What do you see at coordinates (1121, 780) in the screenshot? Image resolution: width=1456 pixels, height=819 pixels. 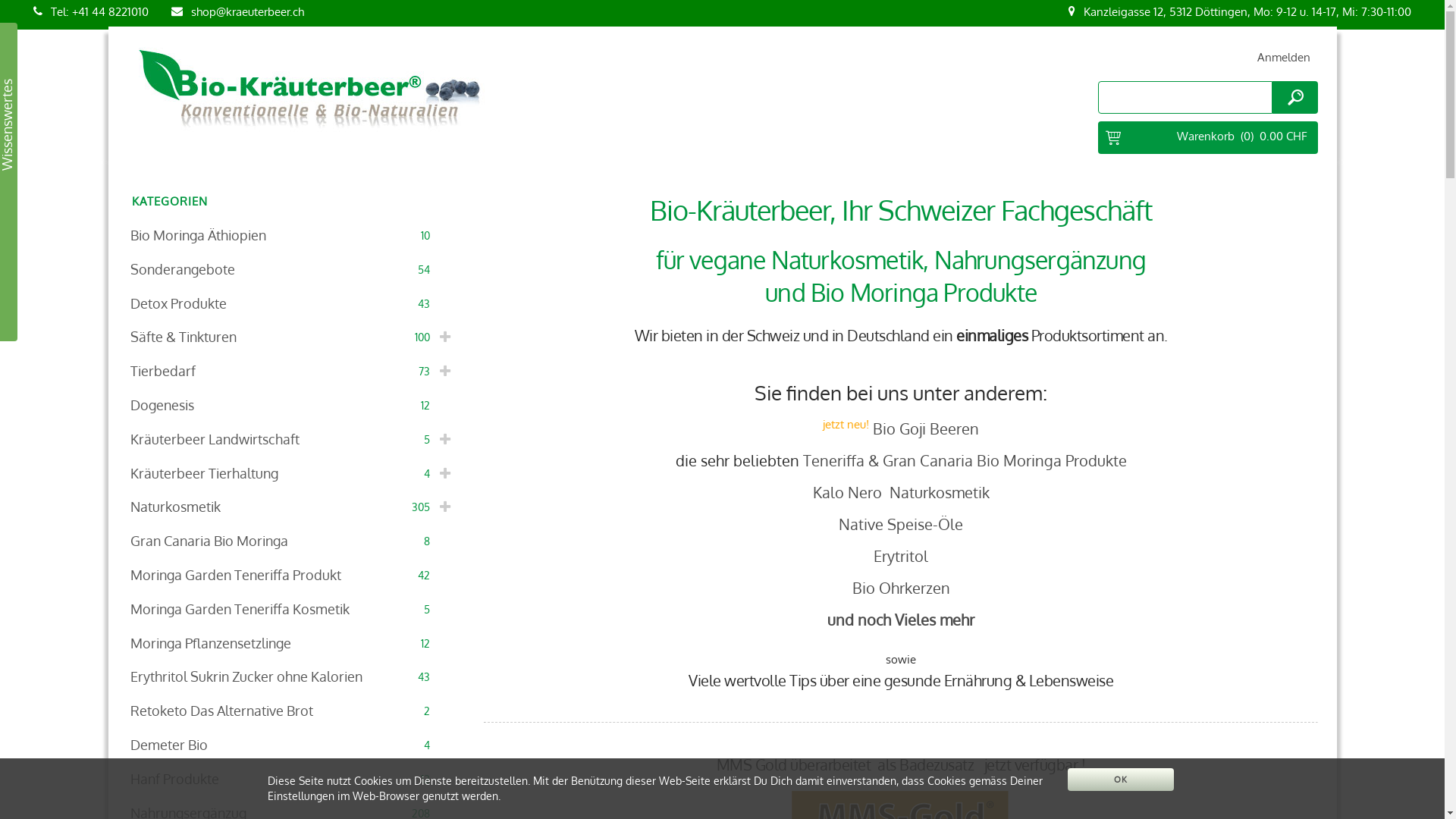 I see `'OK'` at bounding box center [1121, 780].